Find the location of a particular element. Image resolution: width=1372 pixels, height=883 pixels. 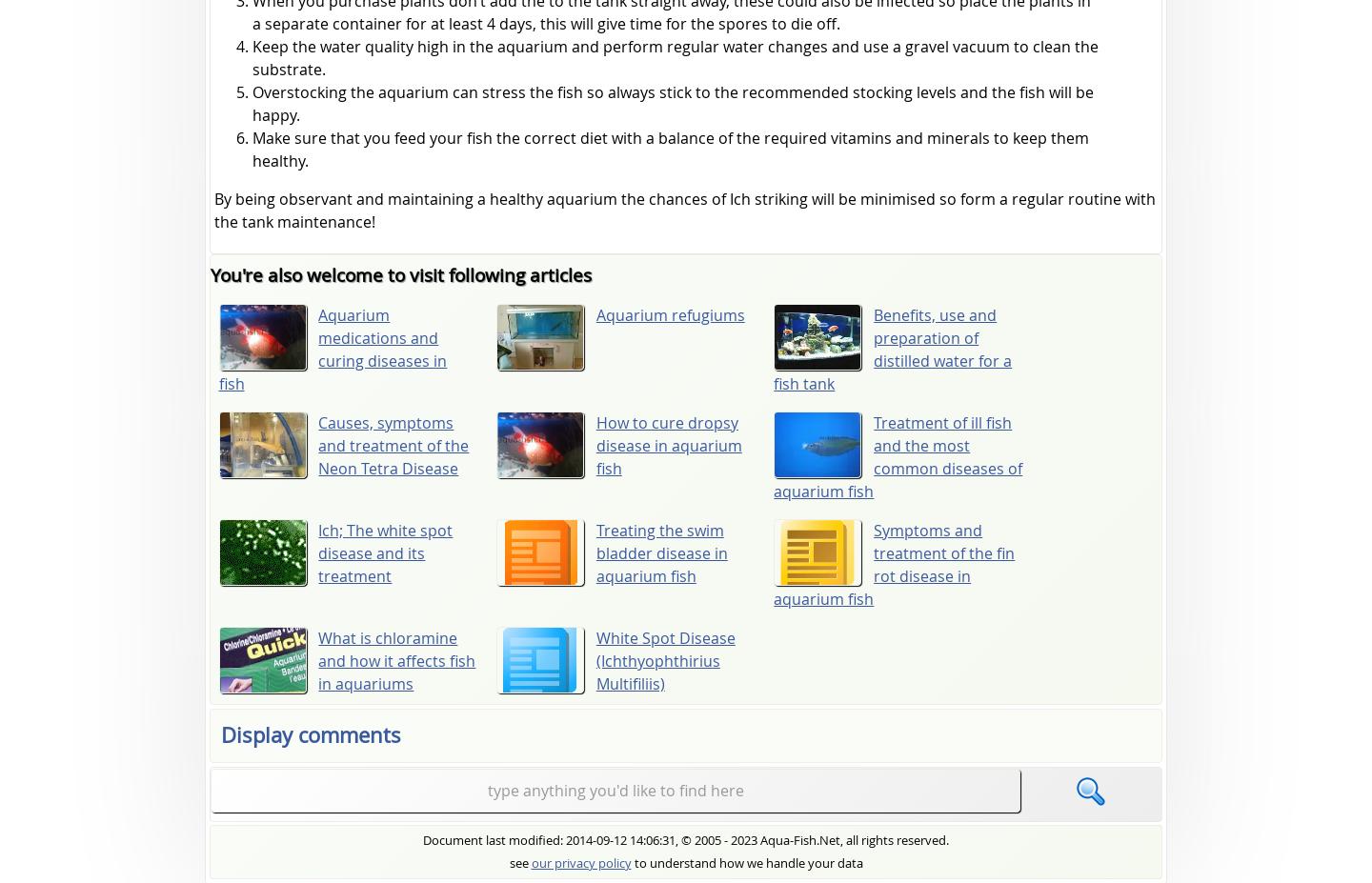

'Aquarium refugiums' is located at coordinates (670, 313).